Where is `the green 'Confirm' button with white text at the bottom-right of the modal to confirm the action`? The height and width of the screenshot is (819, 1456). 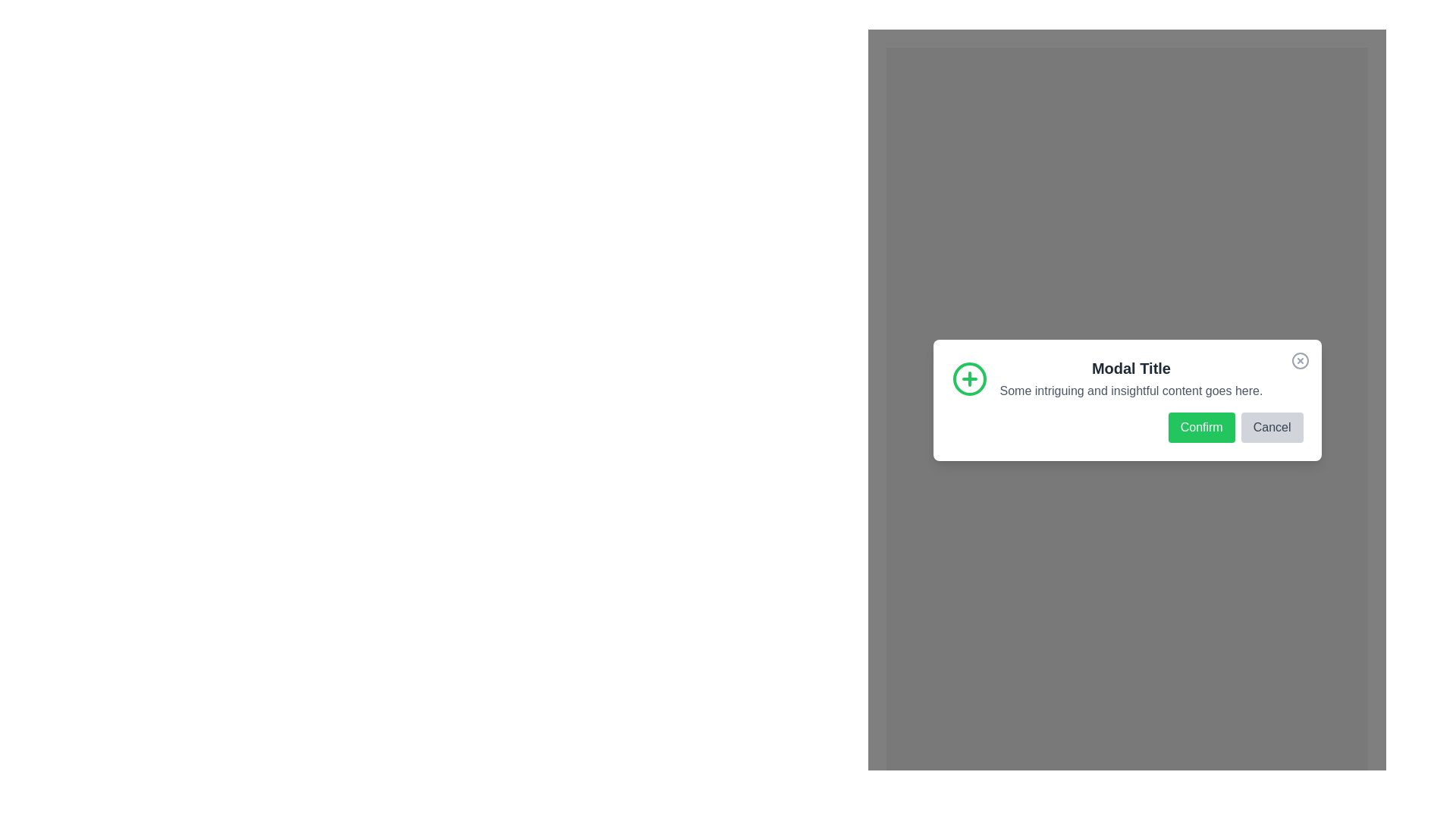 the green 'Confirm' button with white text at the bottom-right of the modal to confirm the action is located at coordinates (1200, 427).